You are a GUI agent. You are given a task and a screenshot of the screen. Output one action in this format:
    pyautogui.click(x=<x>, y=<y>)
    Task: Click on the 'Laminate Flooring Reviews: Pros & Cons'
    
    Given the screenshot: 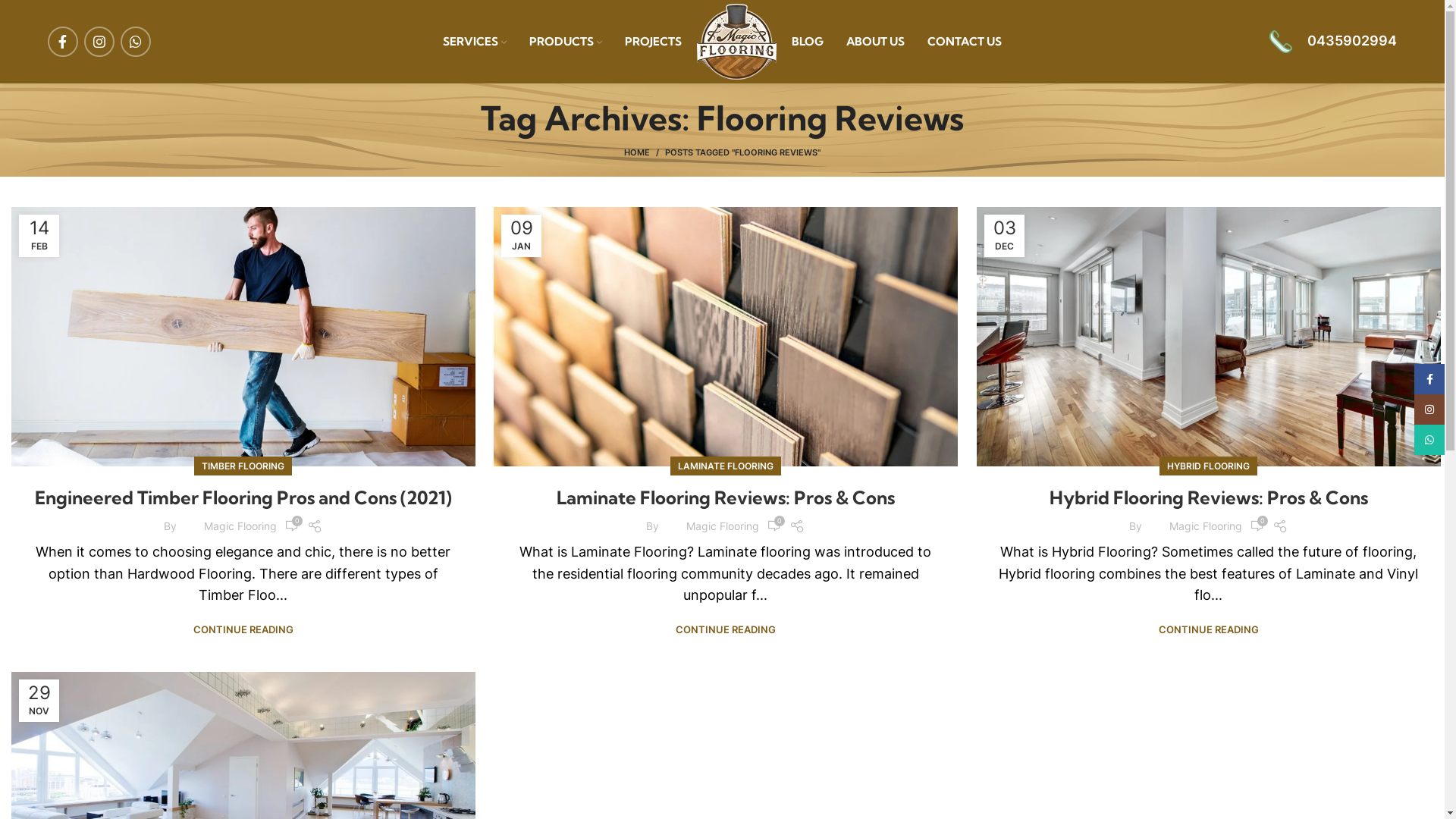 What is the action you would take?
    pyautogui.click(x=724, y=497)
    